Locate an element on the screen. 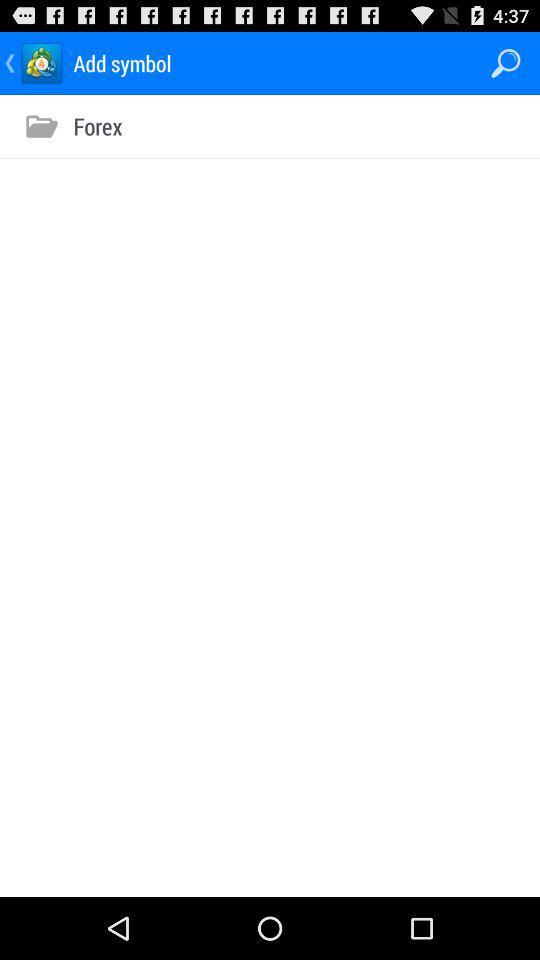 The height and width of the screenshot is (960, 540). forex is located at coordinates (103, 124).